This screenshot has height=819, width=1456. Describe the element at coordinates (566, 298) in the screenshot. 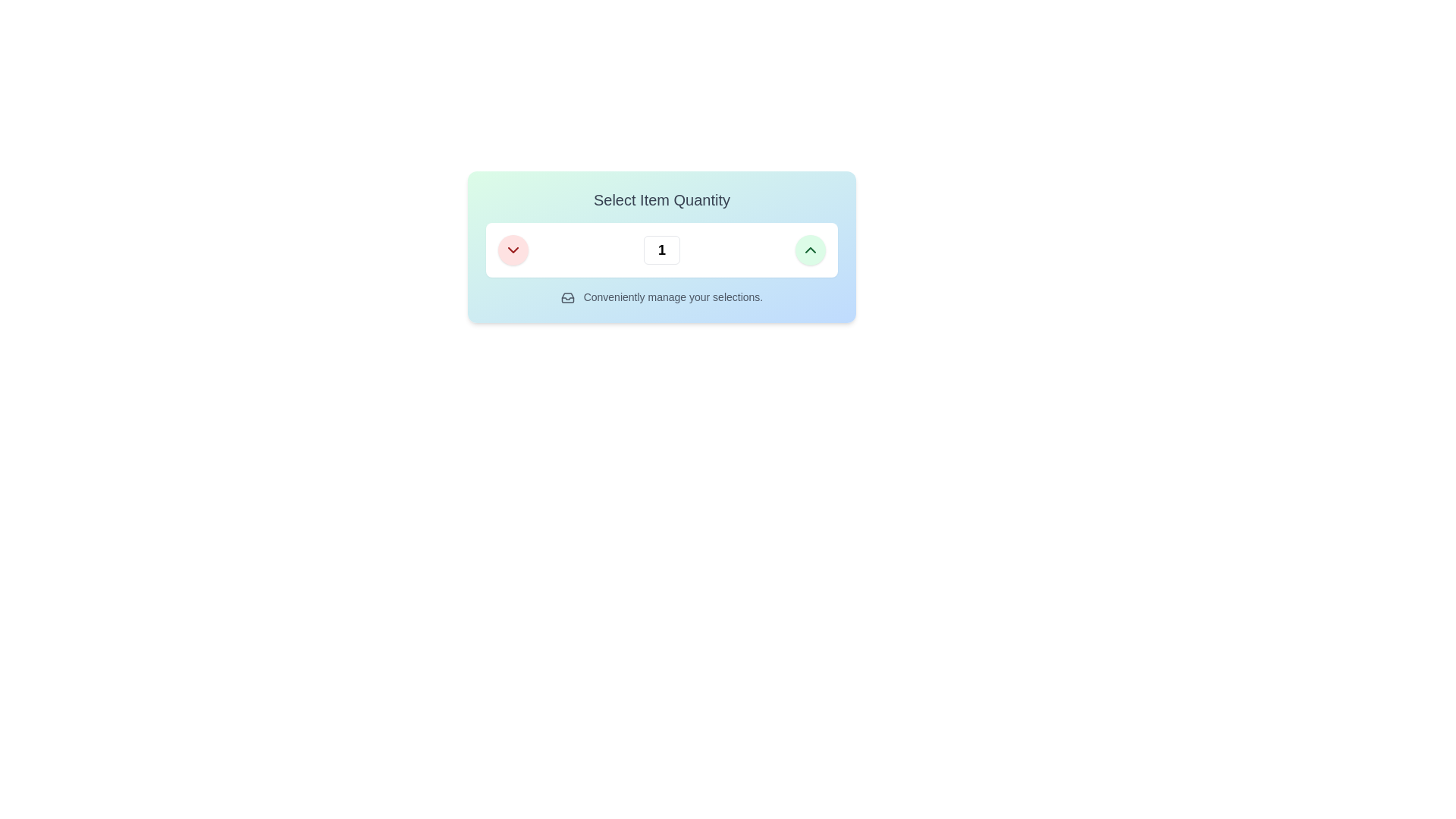

I see `the lower half of the icon component representing an inbox, located underneath the input field in the middle of the interface` at that location.